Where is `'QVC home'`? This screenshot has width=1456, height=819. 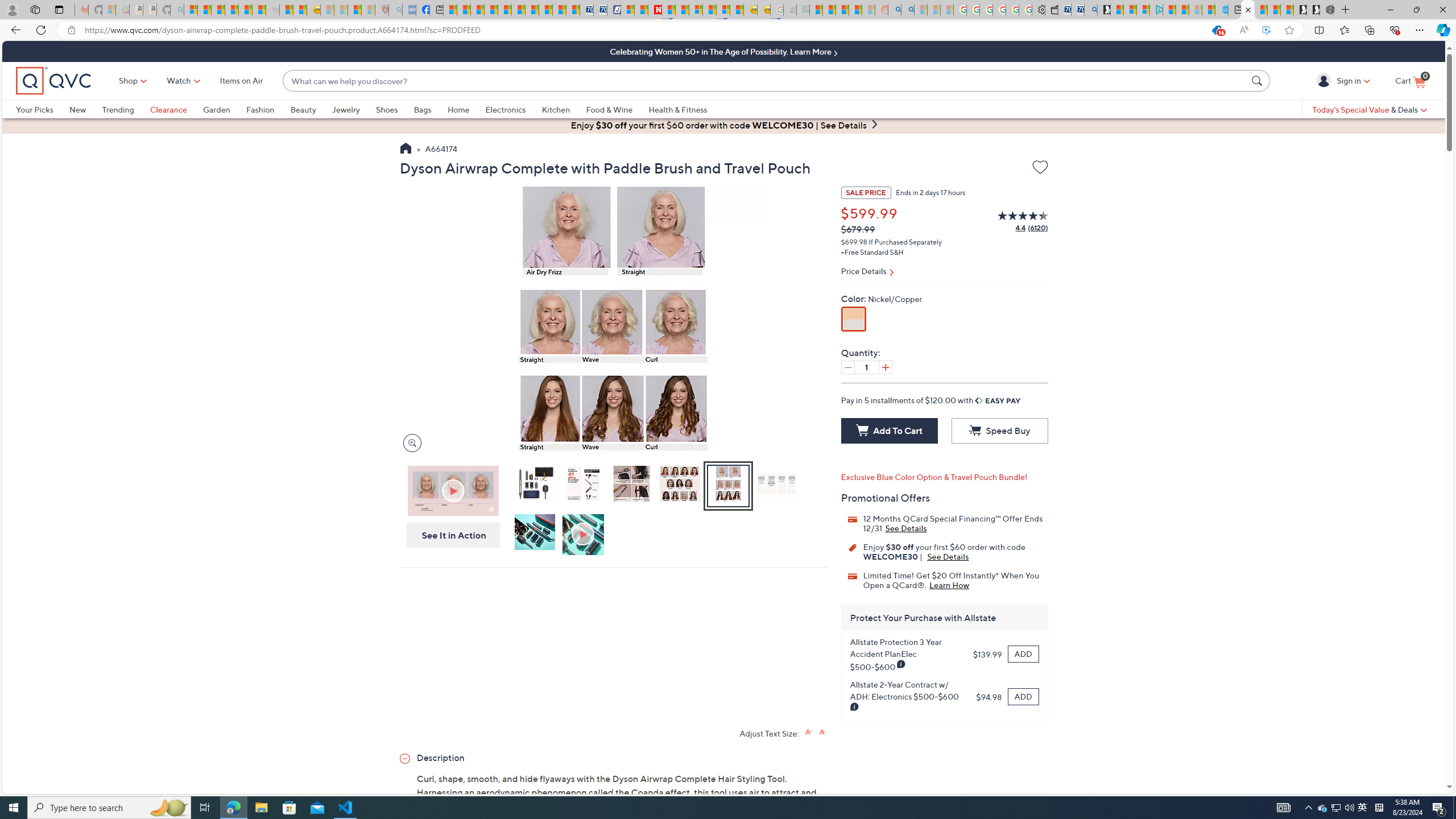 'QVC home' is located at coordinates (53, 80).